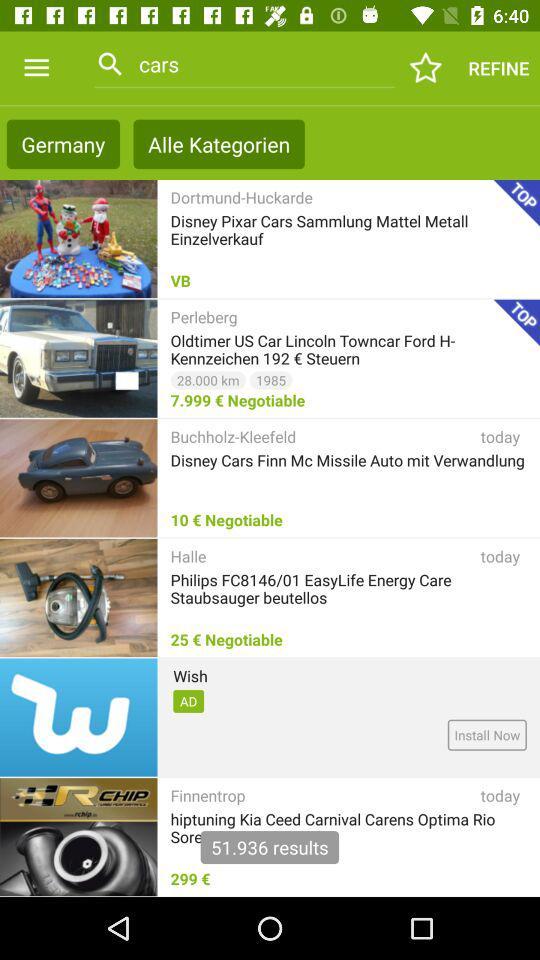 The width and height of the screenshot is (540, 960). I want to click on install now item, so click(486, 734).